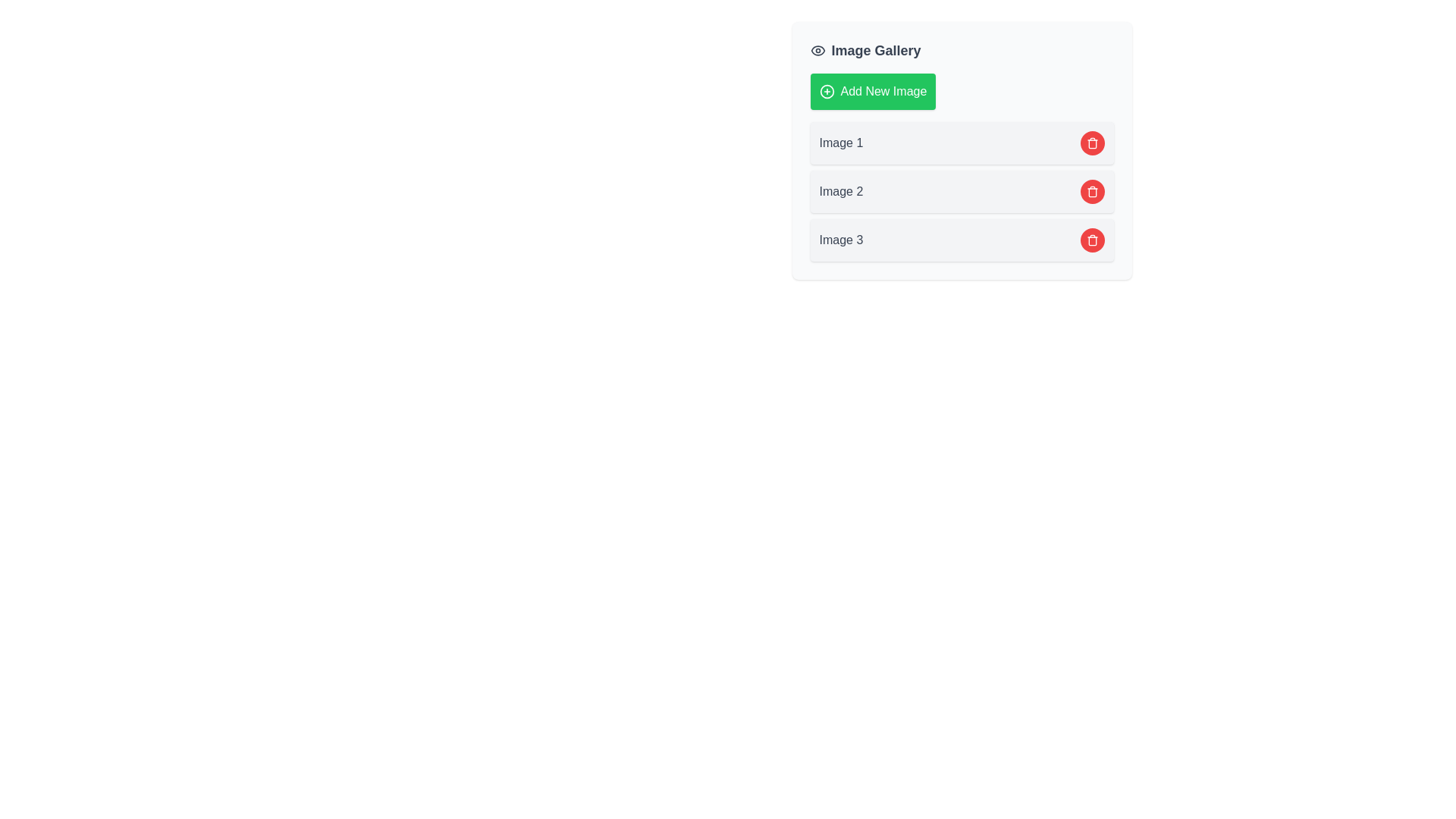 This screenshot has height=819, width=1456. I want to click on the circular outline of the 'Add New Image' button, which features a '+' symbol at its center, so click(826, 91).